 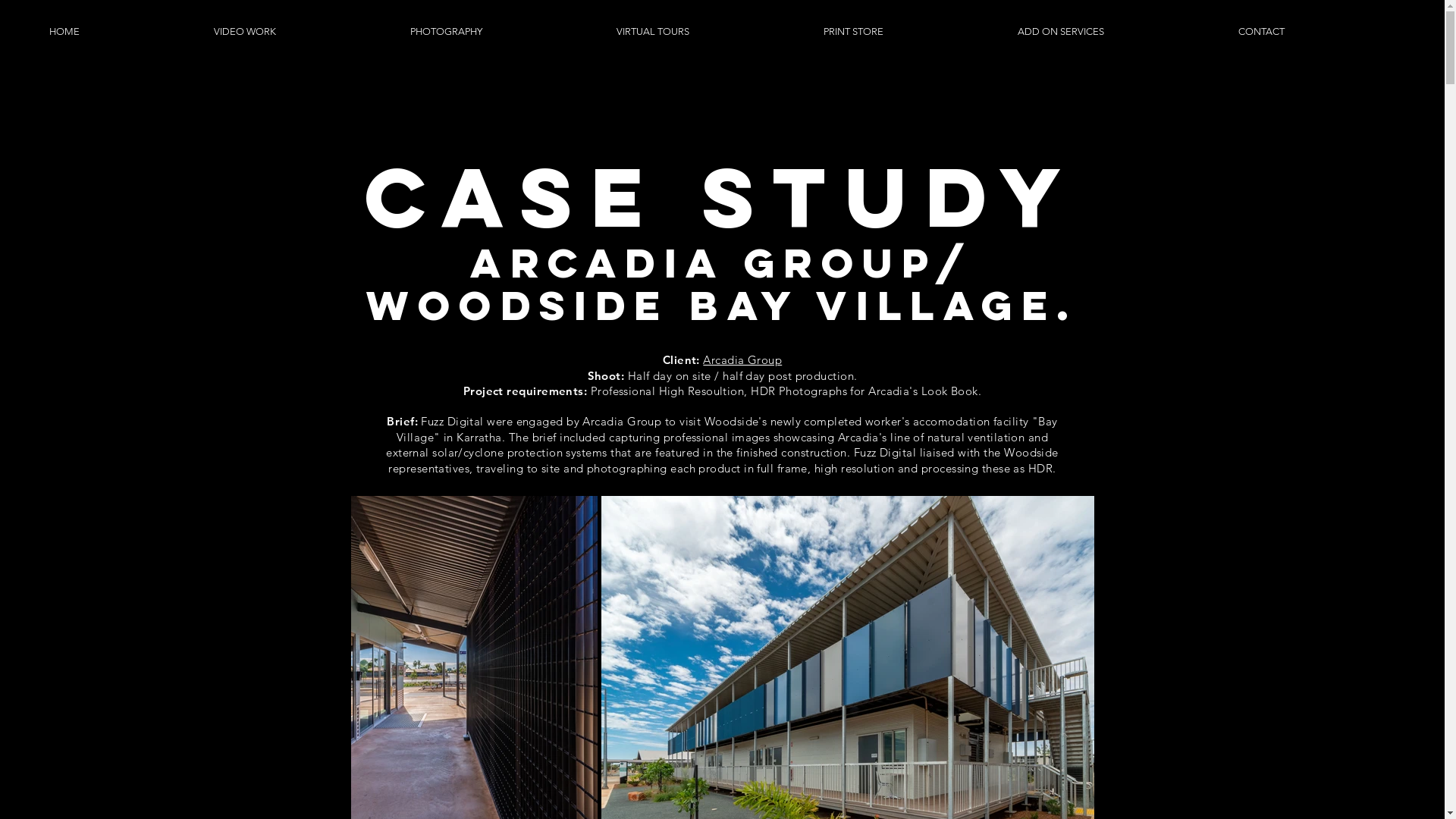 I want to click on 'CONTACT', so click(x=1316, y=31).